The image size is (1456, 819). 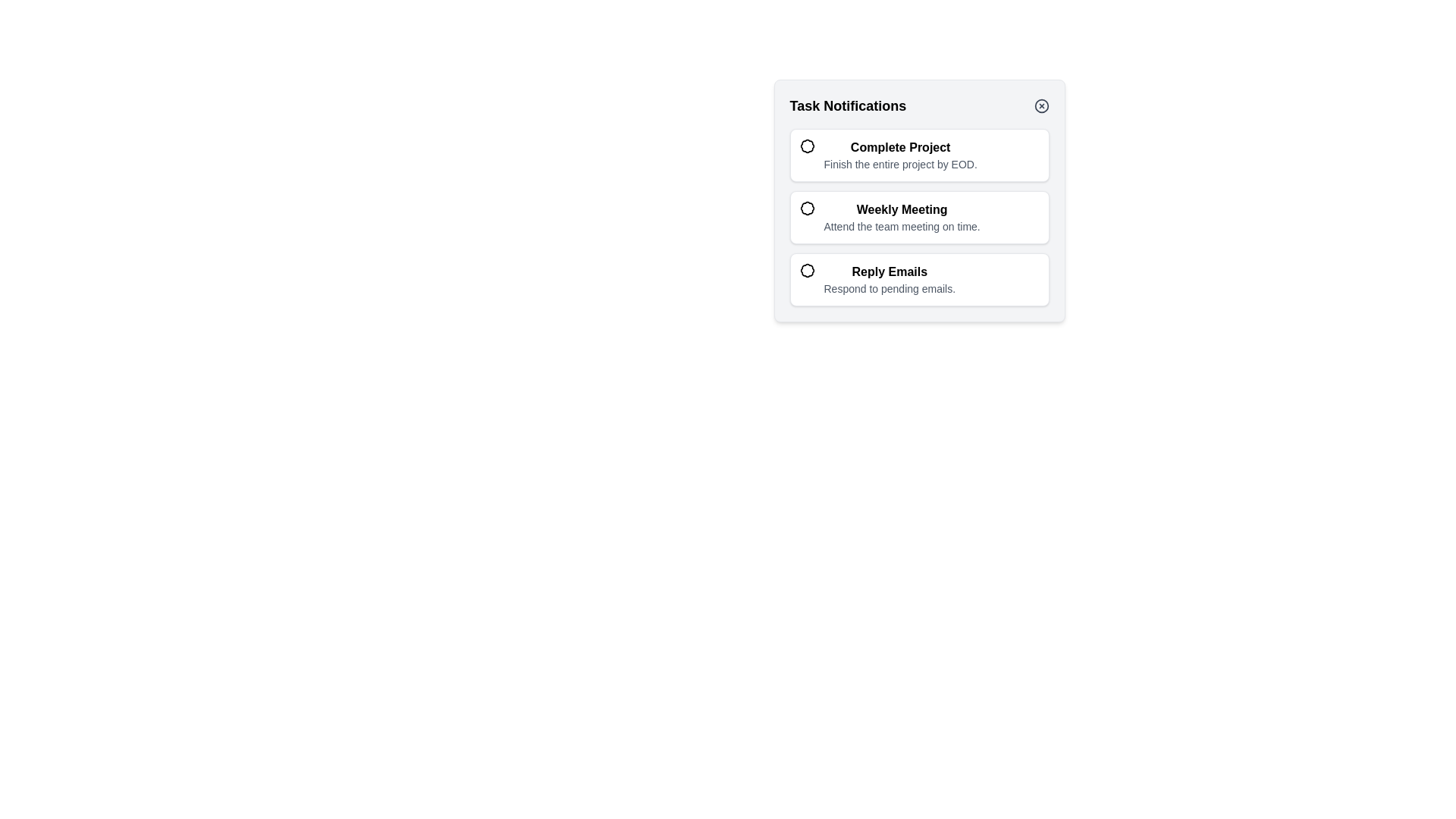 I want to click on the decorative icon or badge next to the 'Complete Project' item in the task list, so click(x=806, y=146).